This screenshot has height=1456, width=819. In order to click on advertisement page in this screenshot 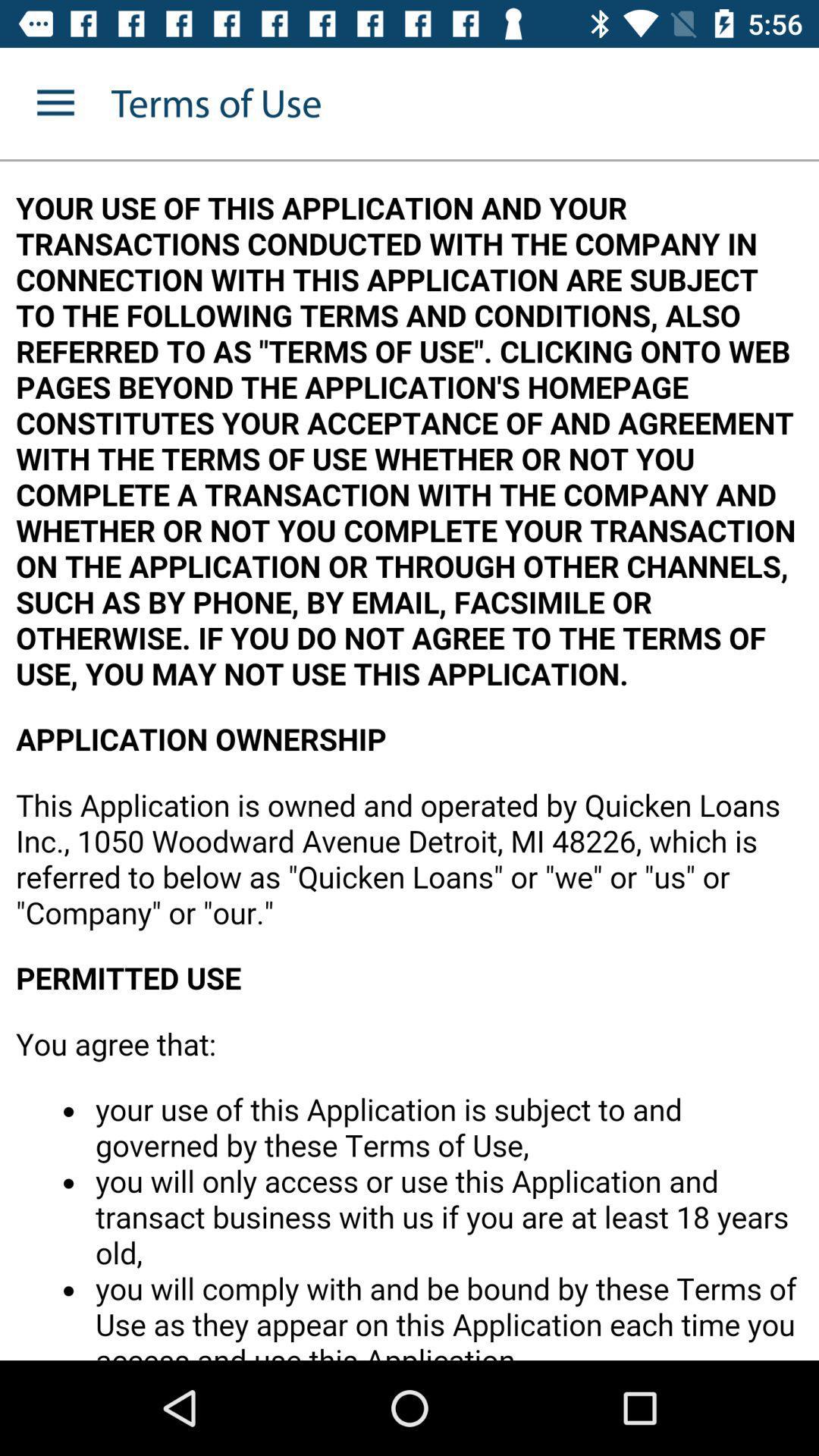, I will do `click(409, 761)`.